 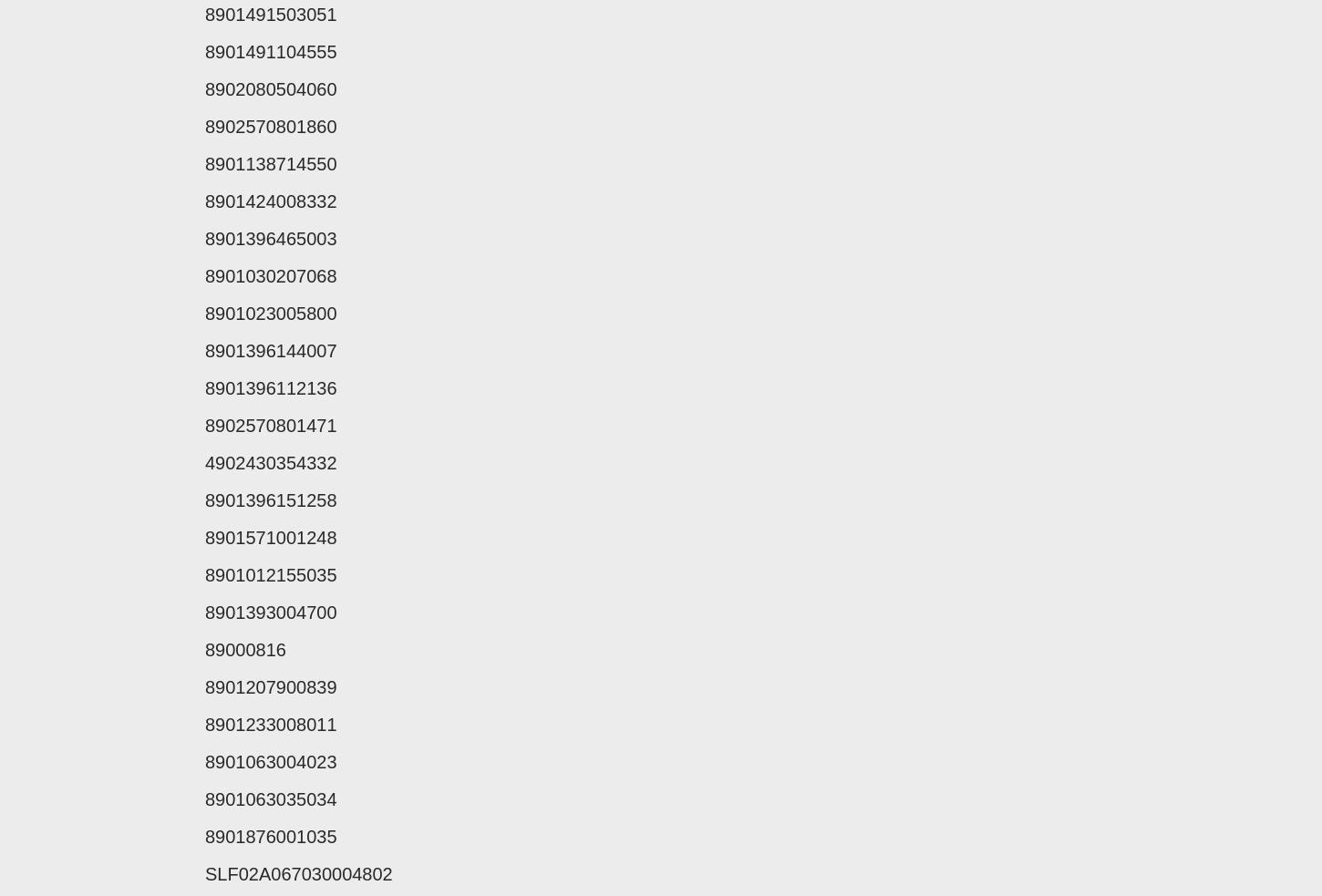 What do you see at coordinates (204, 799) in the screenshot?
I see `'8901063035034'` at bounding box center [204, 799].